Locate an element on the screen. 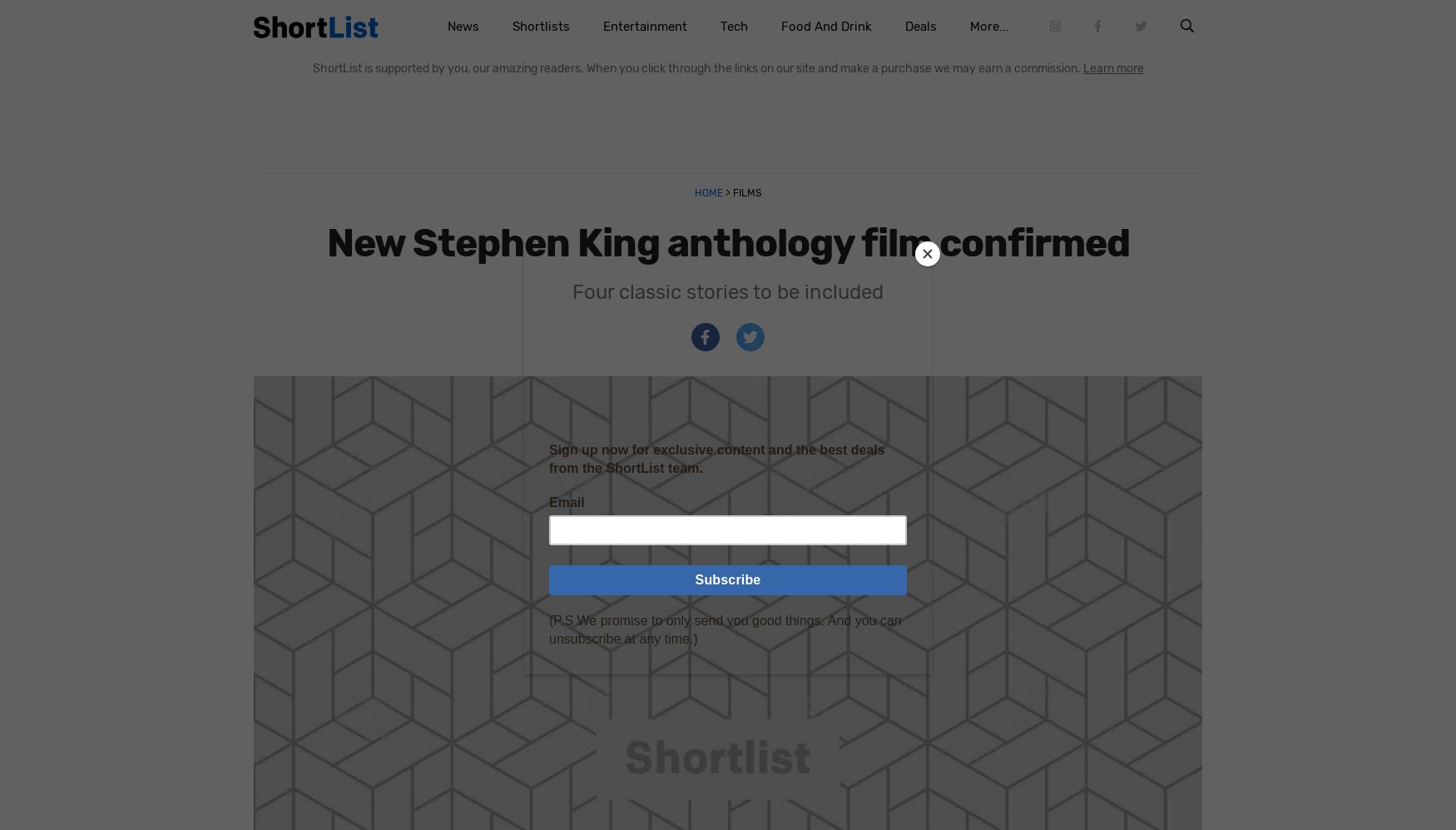 Image resolution: width=1456 pixels, height=830 pixels. 'Films' is located at coordinates (745, 191).